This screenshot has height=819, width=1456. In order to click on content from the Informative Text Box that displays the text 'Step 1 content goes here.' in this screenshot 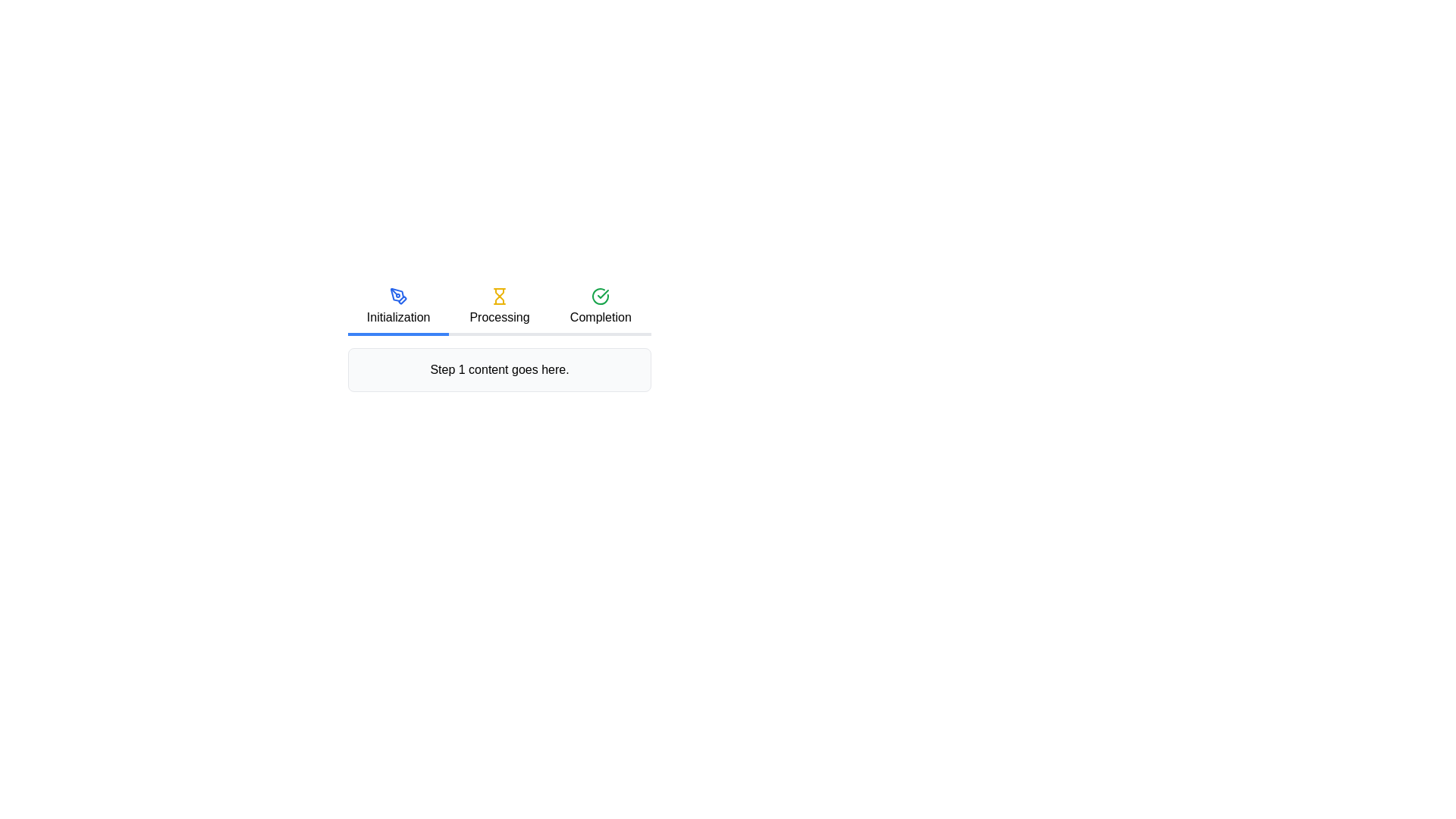, I will do `click(499, 370)`.